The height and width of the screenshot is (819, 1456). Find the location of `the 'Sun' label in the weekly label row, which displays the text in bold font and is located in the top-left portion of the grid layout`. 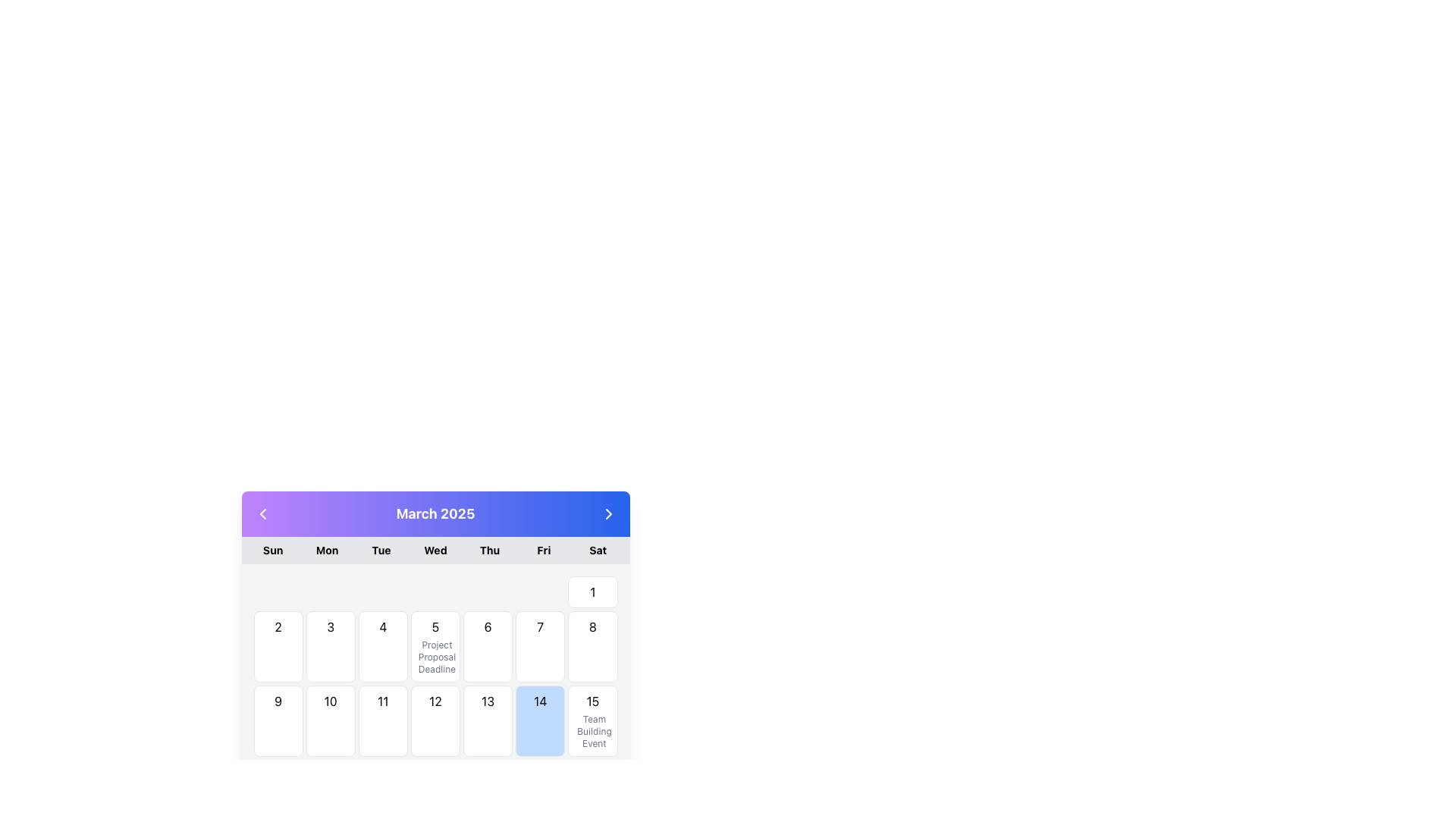

the 'Sun' label in the weekly label row, which displays the text in bold font and is located in the top-left portion of the grid layout is located at coordinates (273, 550).